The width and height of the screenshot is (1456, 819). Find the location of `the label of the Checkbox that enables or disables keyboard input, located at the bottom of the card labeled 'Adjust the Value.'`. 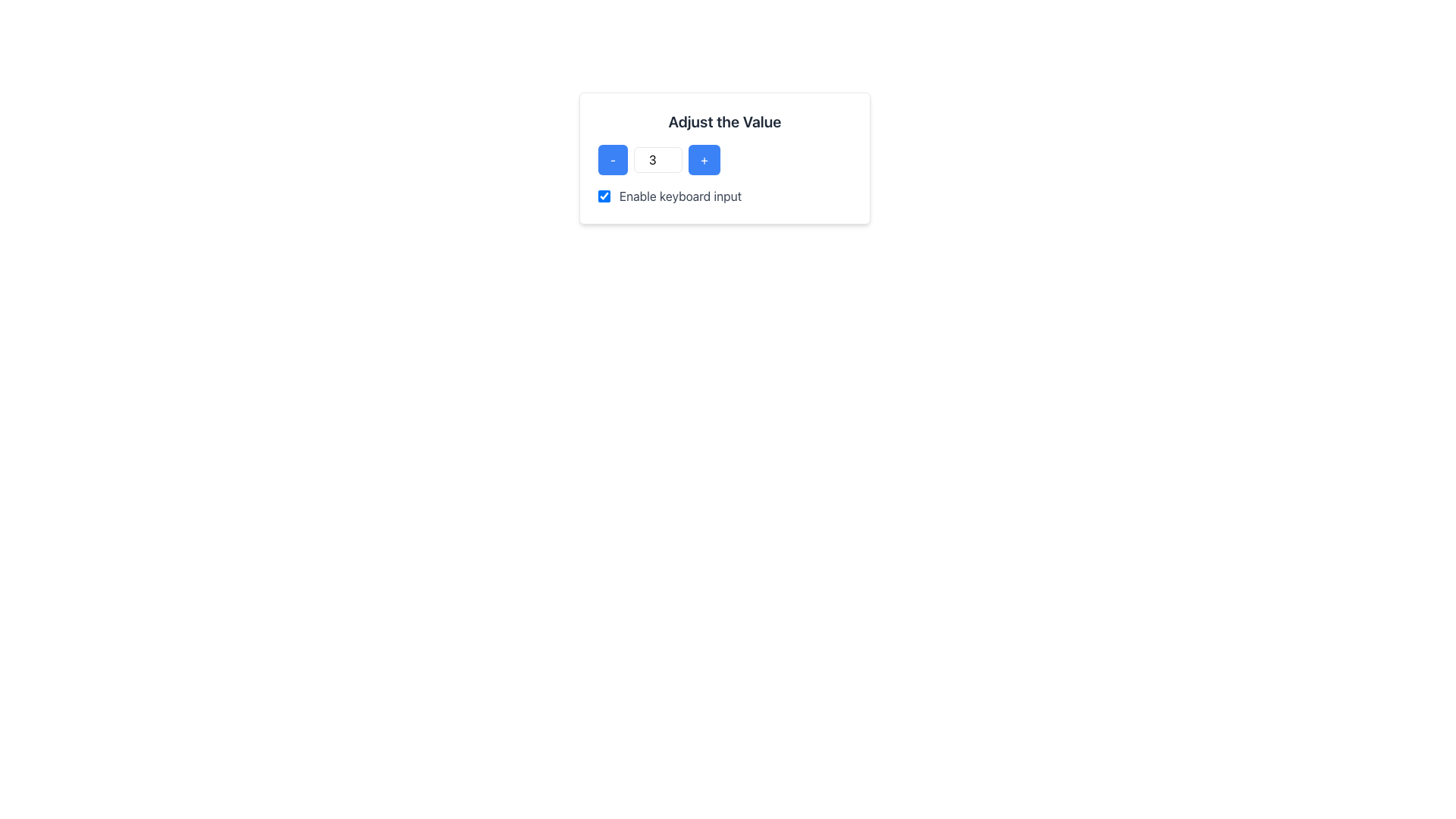

the label of the Checkbox that enables or disables keyboard input, located at the bottom of the card labeled 'Adjust the Value.' is located at coordinates (723, 195).